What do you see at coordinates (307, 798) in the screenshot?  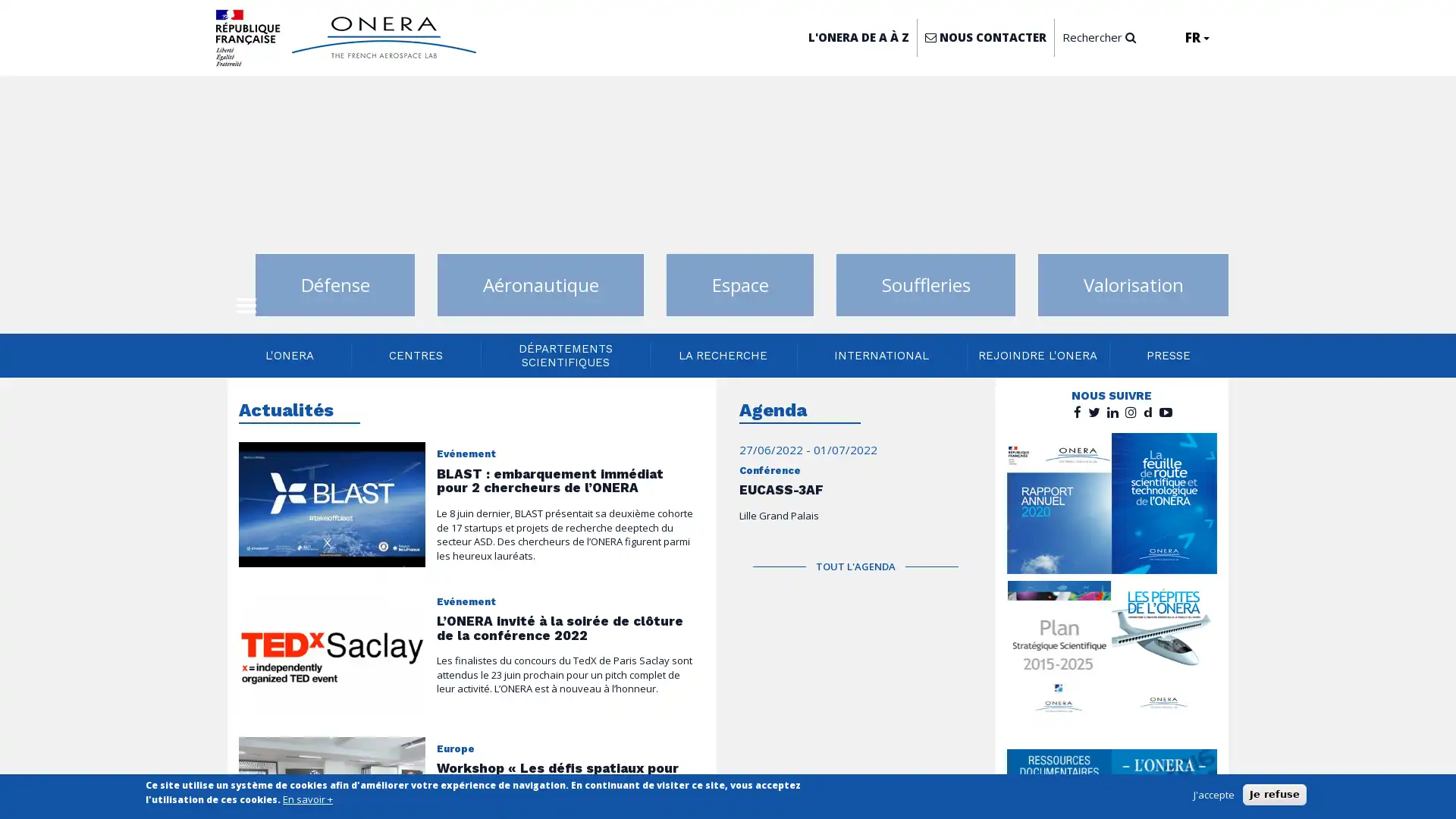 I see `En savoir +` at bounding box center [307, 798].